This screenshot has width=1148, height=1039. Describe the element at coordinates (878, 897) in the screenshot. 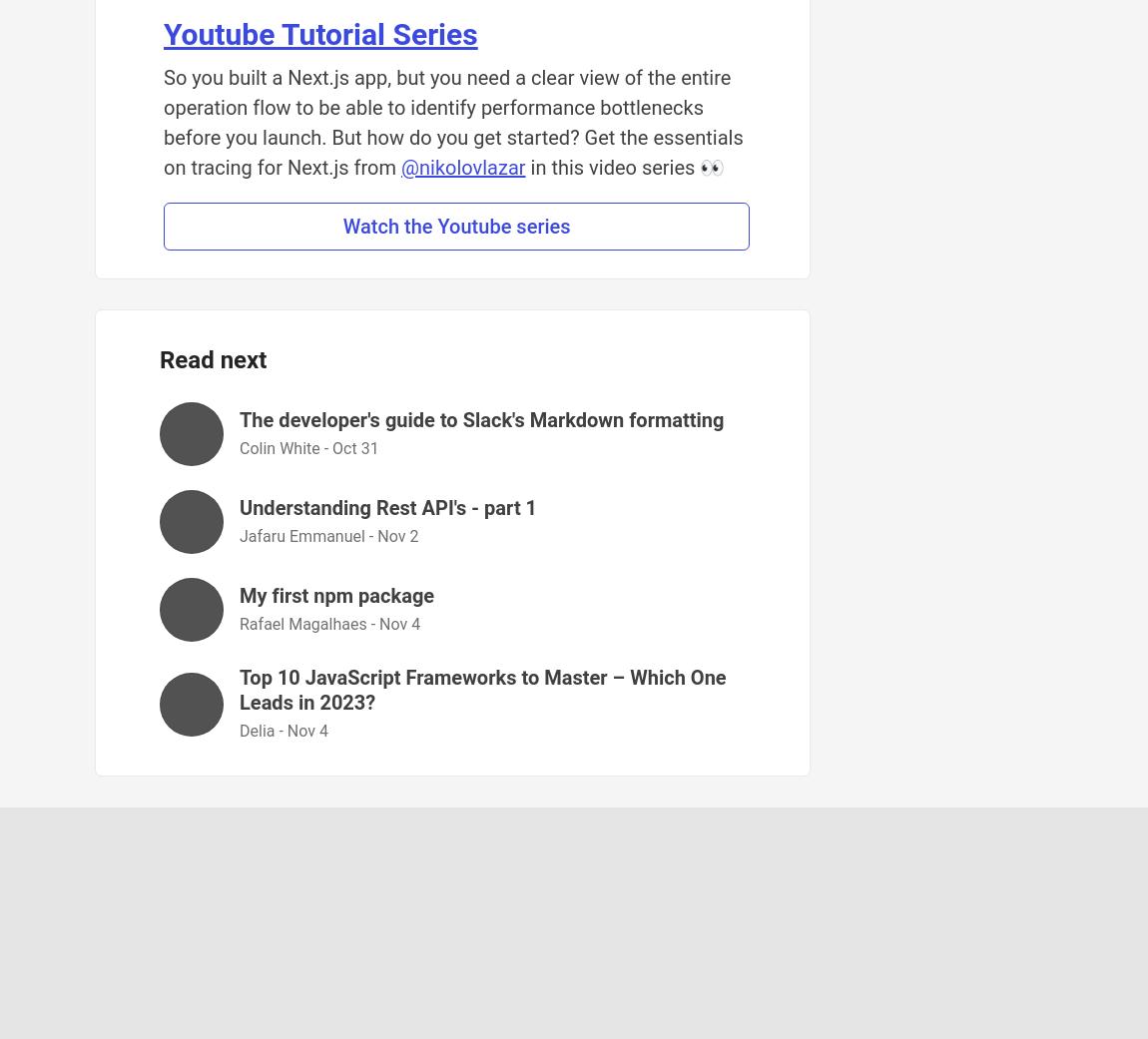

I see `'Software comparisons'` at that location.